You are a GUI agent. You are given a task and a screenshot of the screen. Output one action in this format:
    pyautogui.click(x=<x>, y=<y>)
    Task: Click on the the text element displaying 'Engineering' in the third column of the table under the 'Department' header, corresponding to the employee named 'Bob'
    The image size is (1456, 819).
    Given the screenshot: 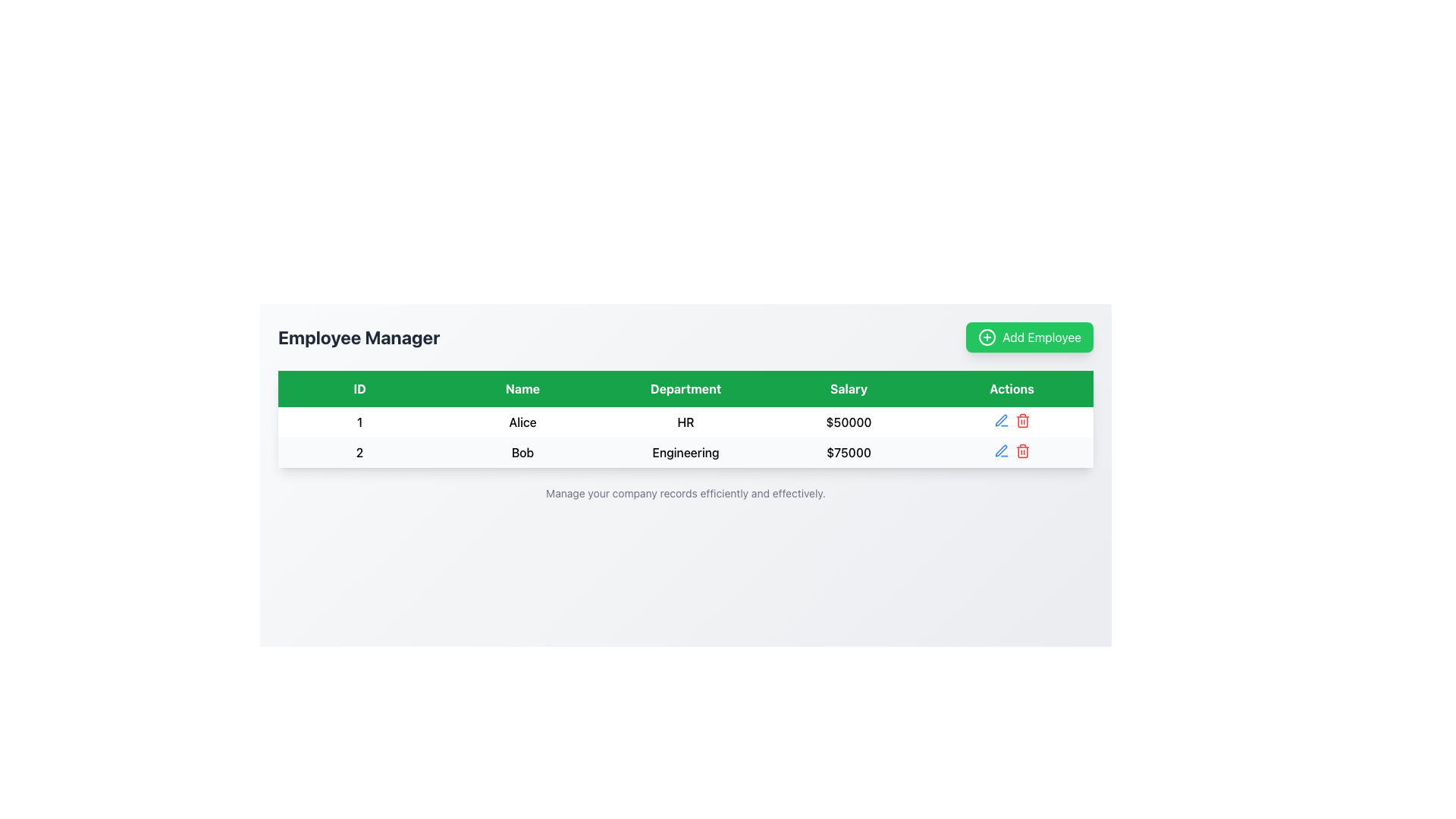 What is the action you would take?
    pyautogui.click(x=685, y=452)
    